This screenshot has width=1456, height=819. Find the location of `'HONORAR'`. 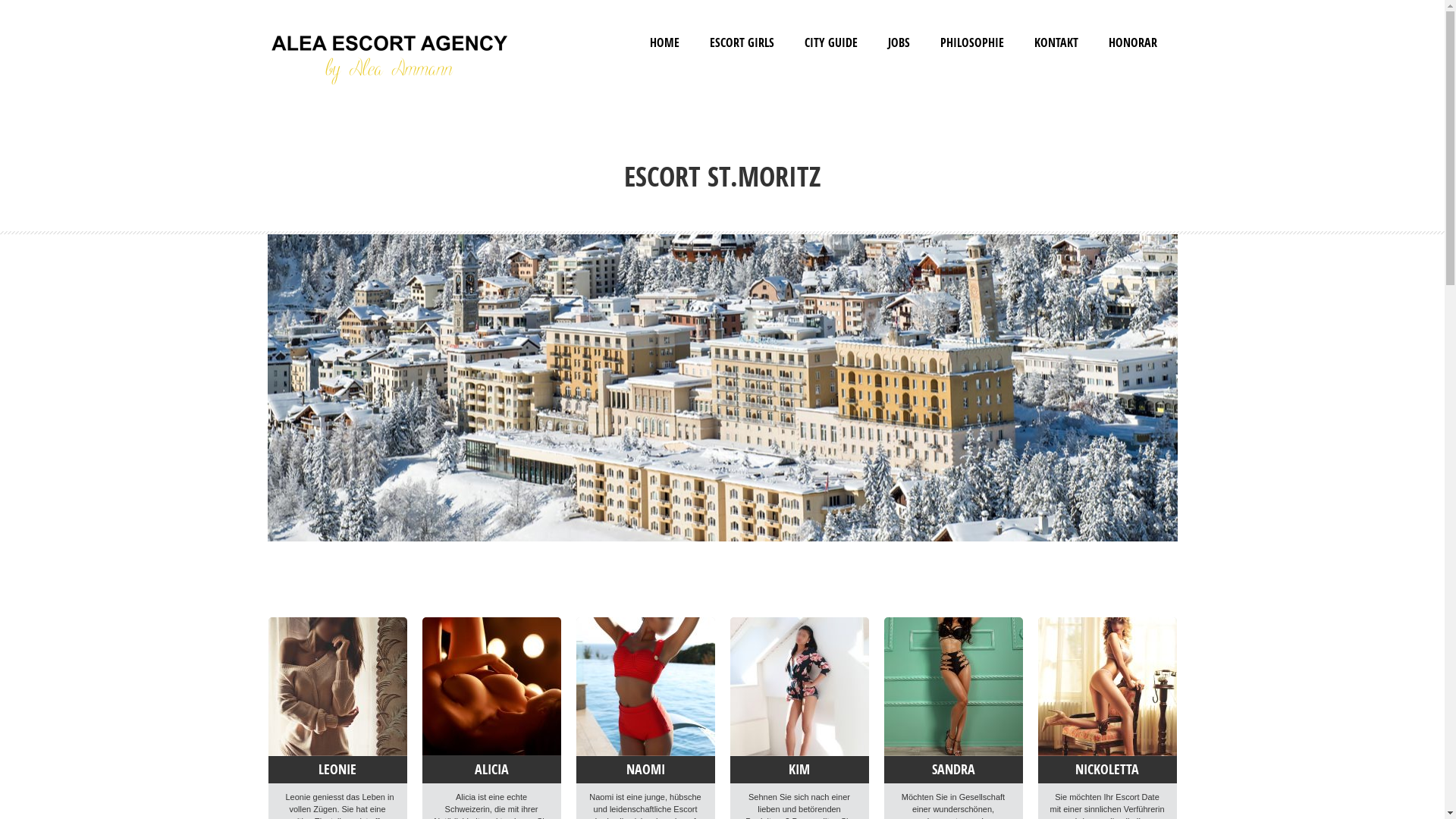

'HONORAR' is located at coordinates (1109, 42).